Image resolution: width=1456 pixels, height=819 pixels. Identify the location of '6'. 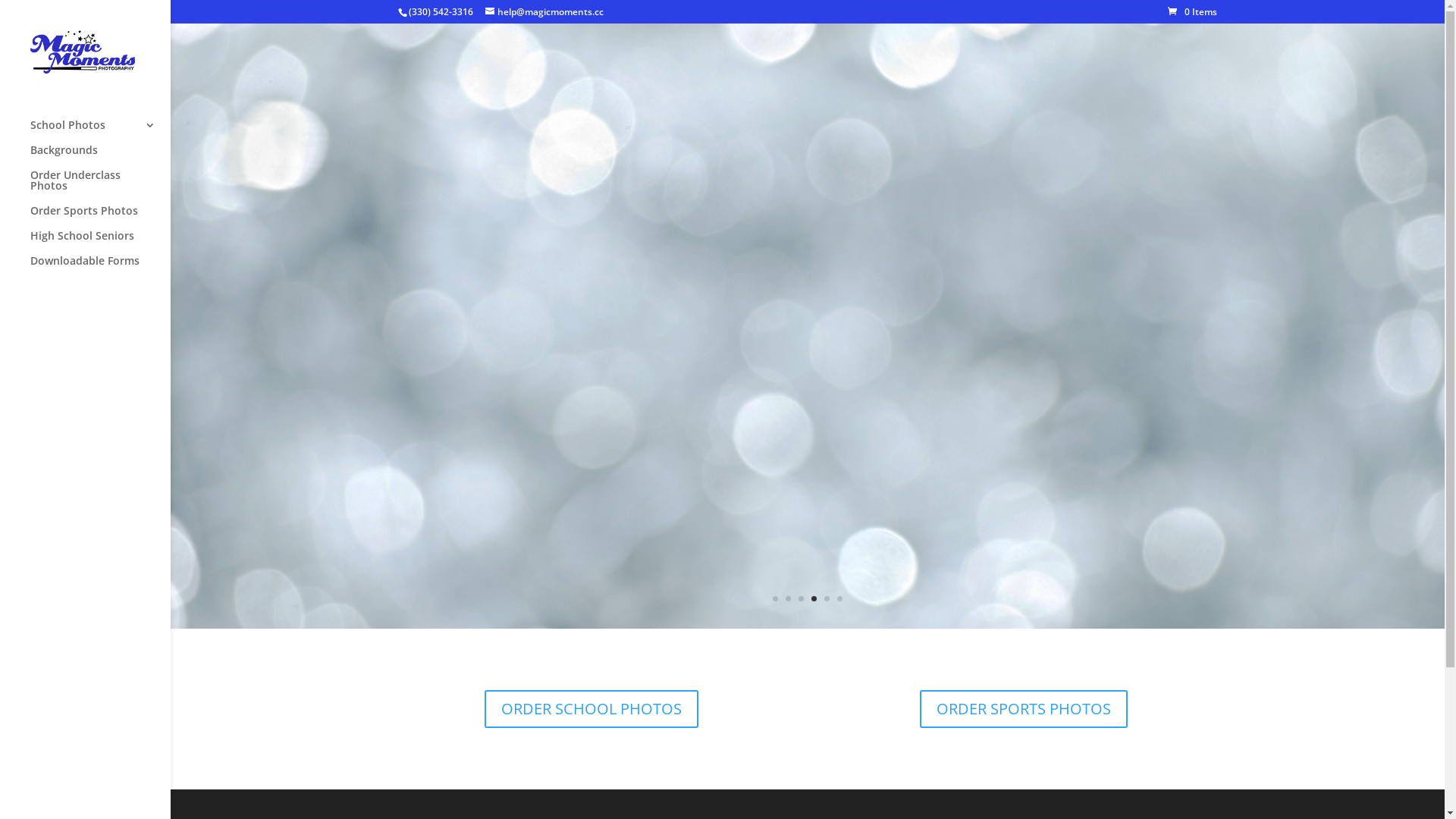
(839, 598).